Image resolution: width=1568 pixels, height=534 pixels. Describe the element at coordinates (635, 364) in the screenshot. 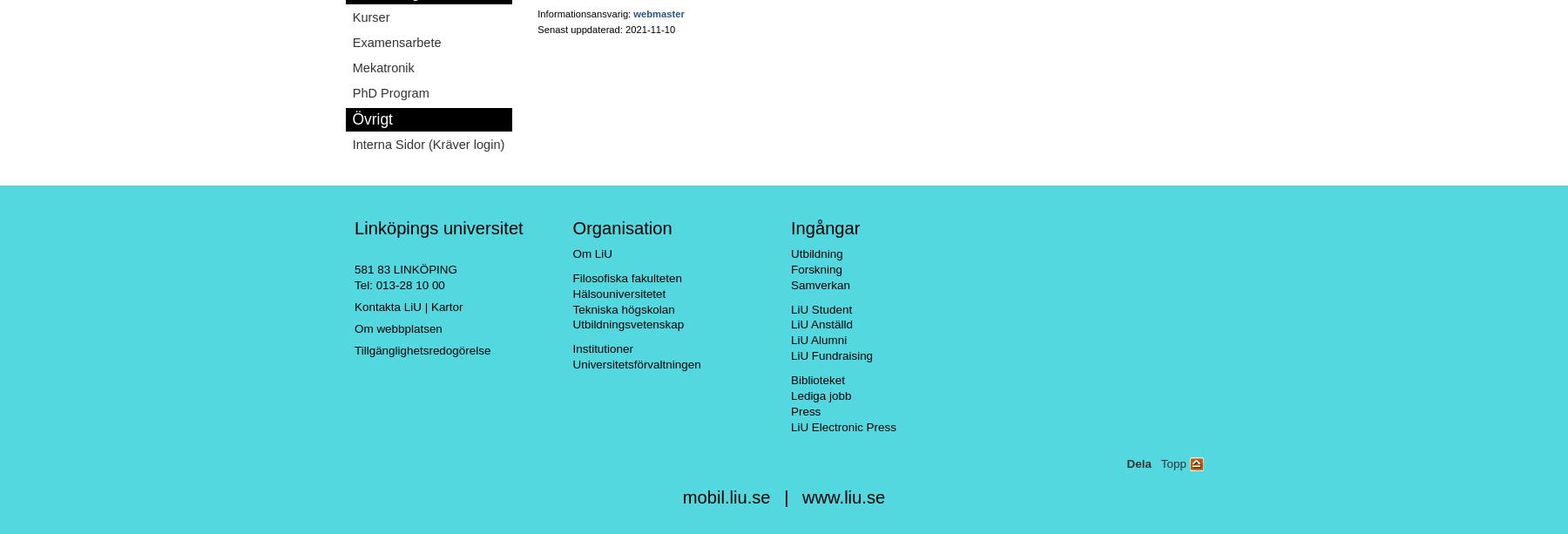

I see `'Universitetsförvaltningen'` at that location.